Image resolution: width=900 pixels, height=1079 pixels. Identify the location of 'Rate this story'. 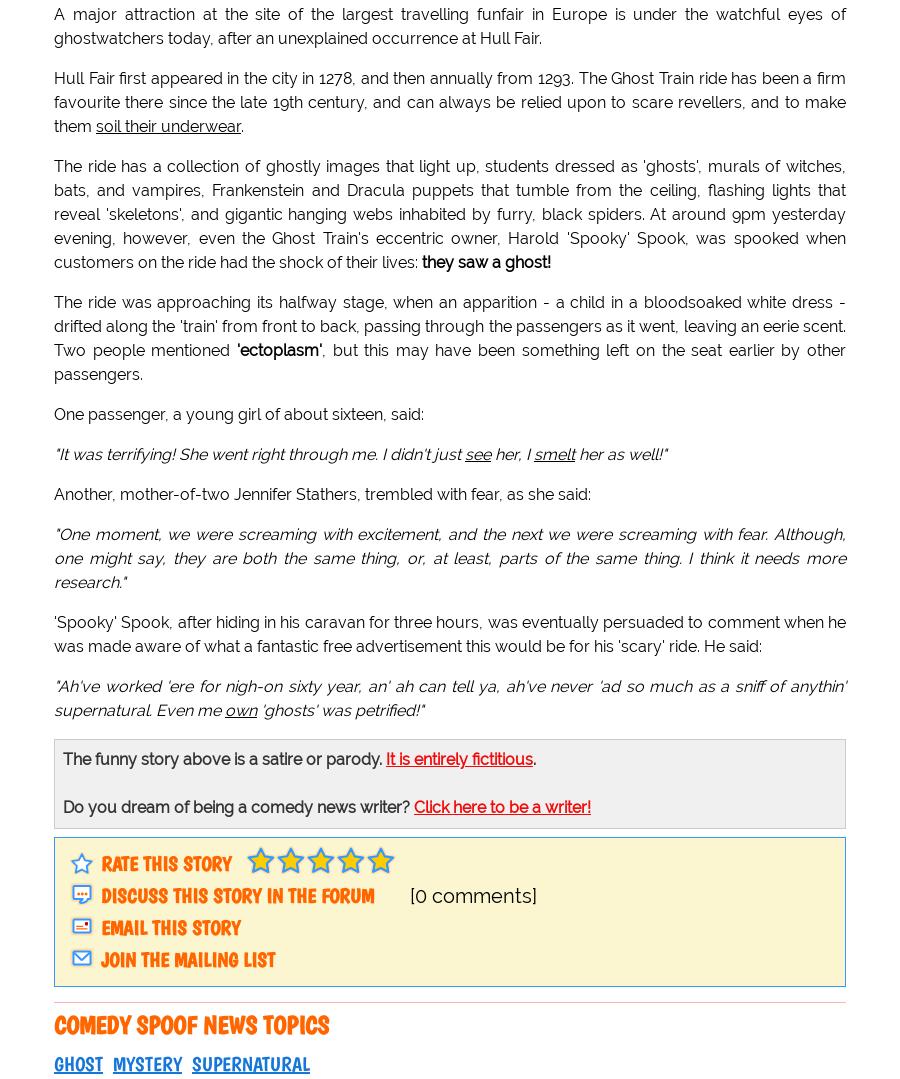
(165, 863).